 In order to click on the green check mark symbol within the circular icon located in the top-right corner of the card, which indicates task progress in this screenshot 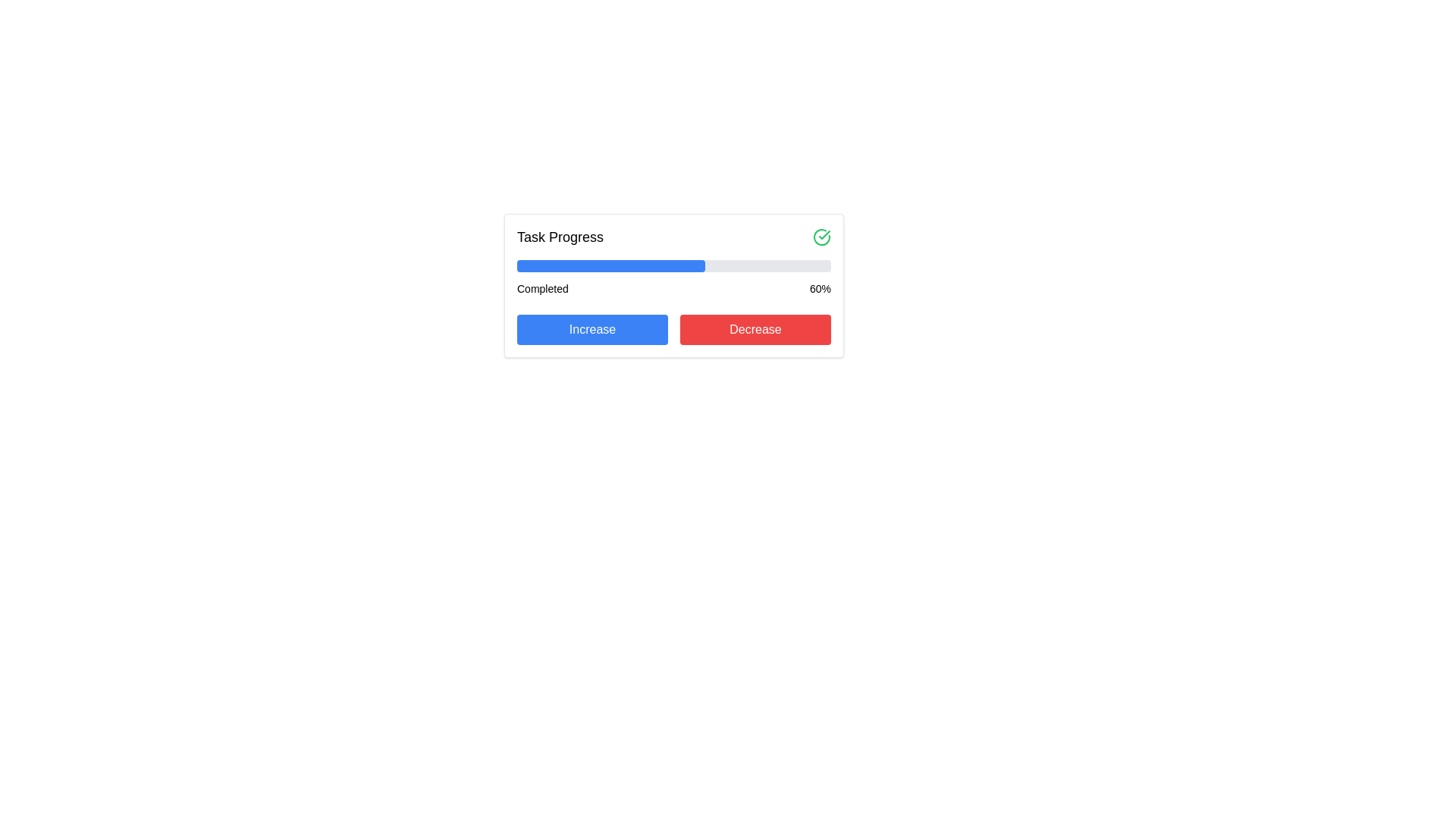, I will do `click(824, 234)`.